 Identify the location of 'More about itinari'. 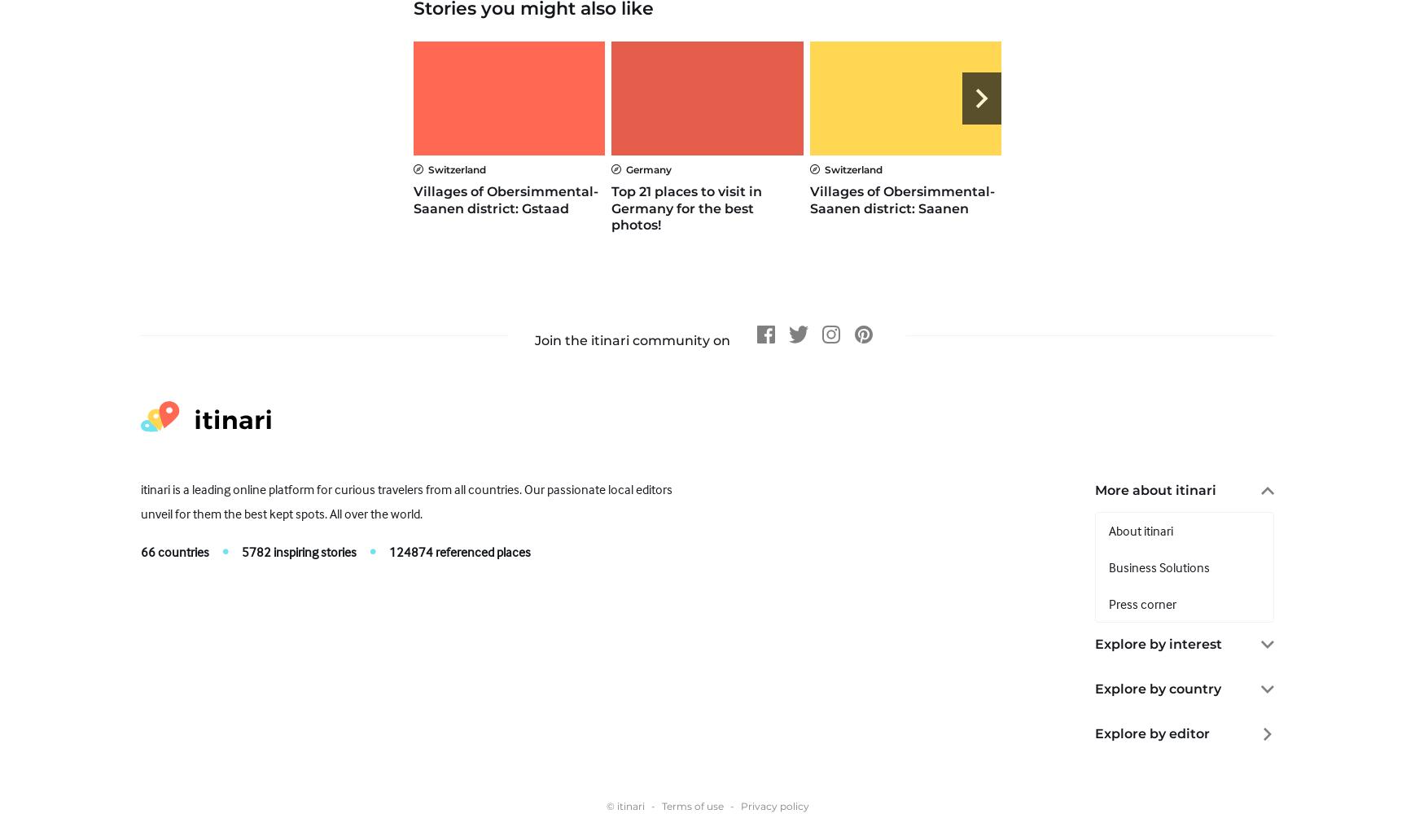
(1095, 490).